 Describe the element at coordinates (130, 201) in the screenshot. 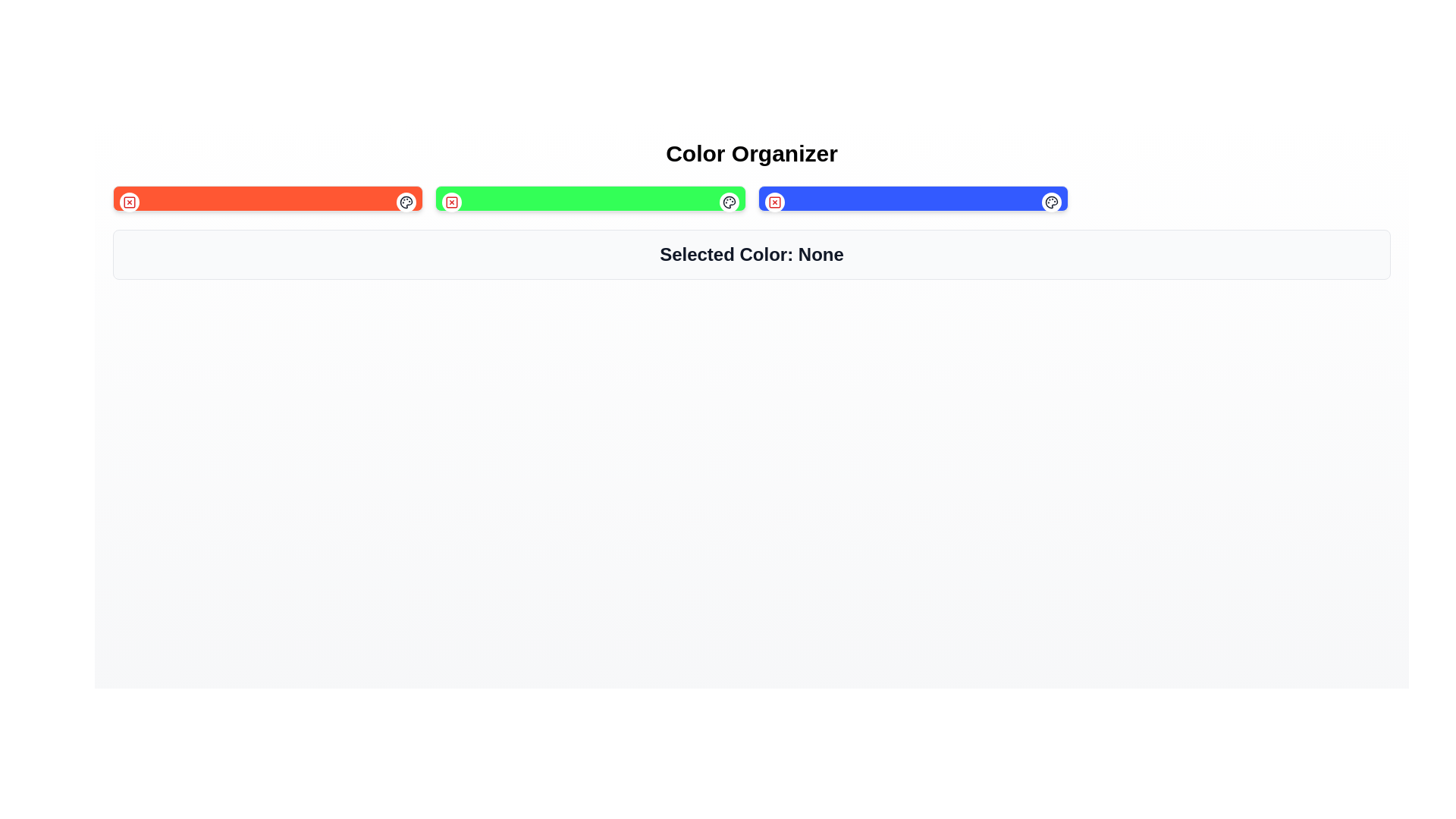

I see `the red close or delete icon button, which is located near the top-right corner of the green section of the bar, within a circular white background` at that location.